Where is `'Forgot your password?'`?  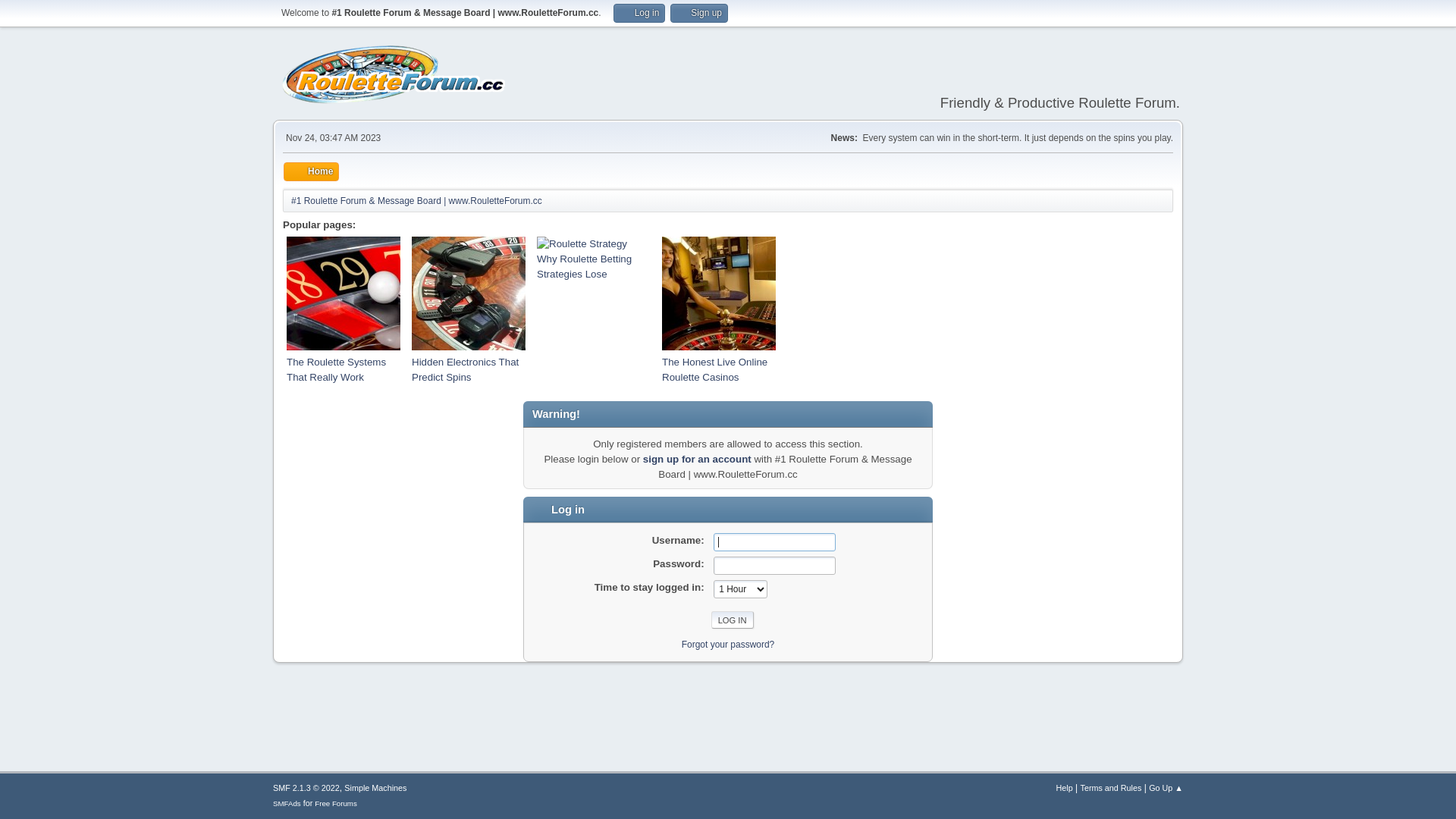
'Forgot your password?' is located at coordinates (728, 643).